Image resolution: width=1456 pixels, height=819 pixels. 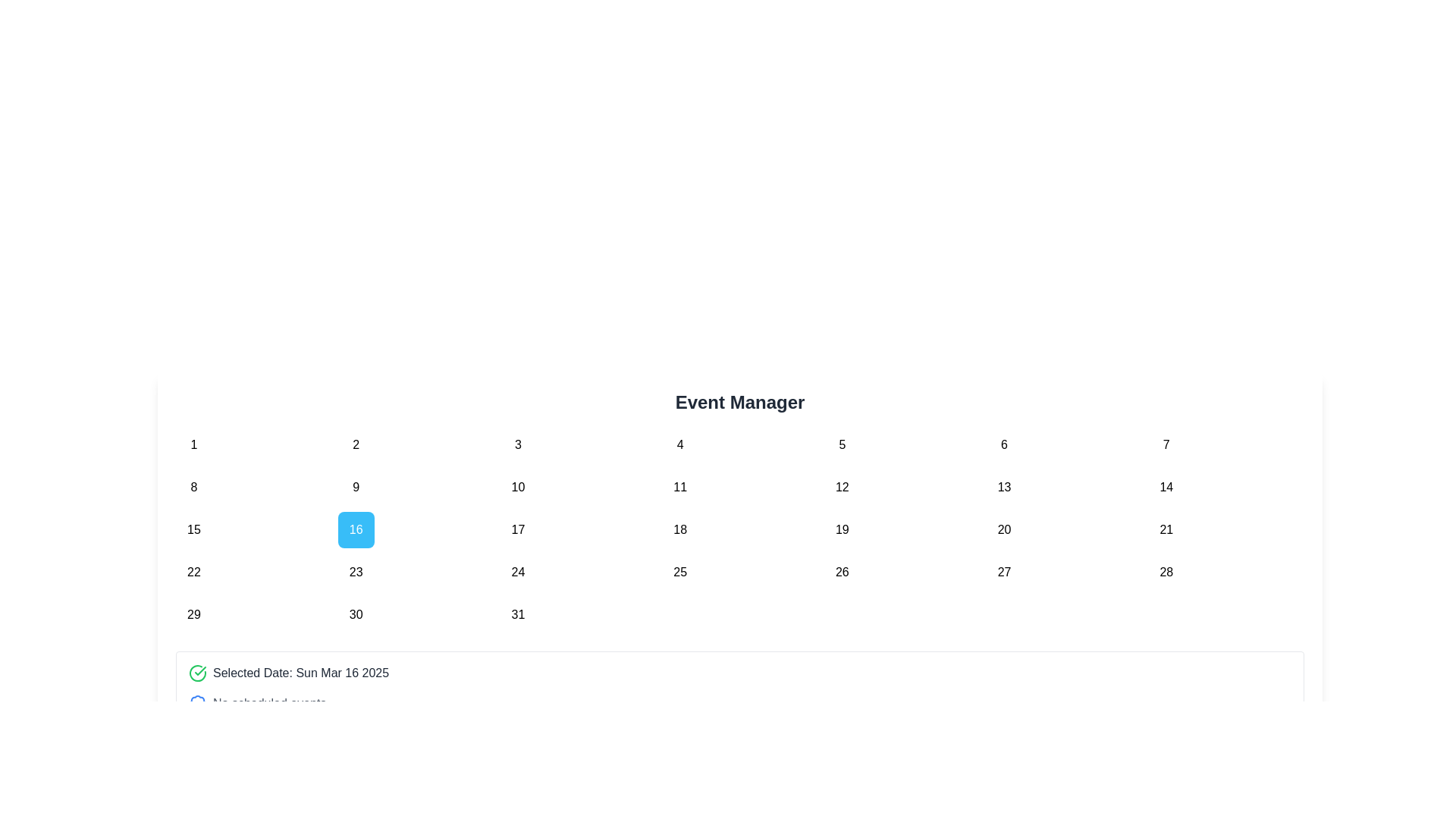 What do you see at coordinates (193, 444) in the screenshot?
I see `the circular button labeled '1'` at bounding box center [193, 444].